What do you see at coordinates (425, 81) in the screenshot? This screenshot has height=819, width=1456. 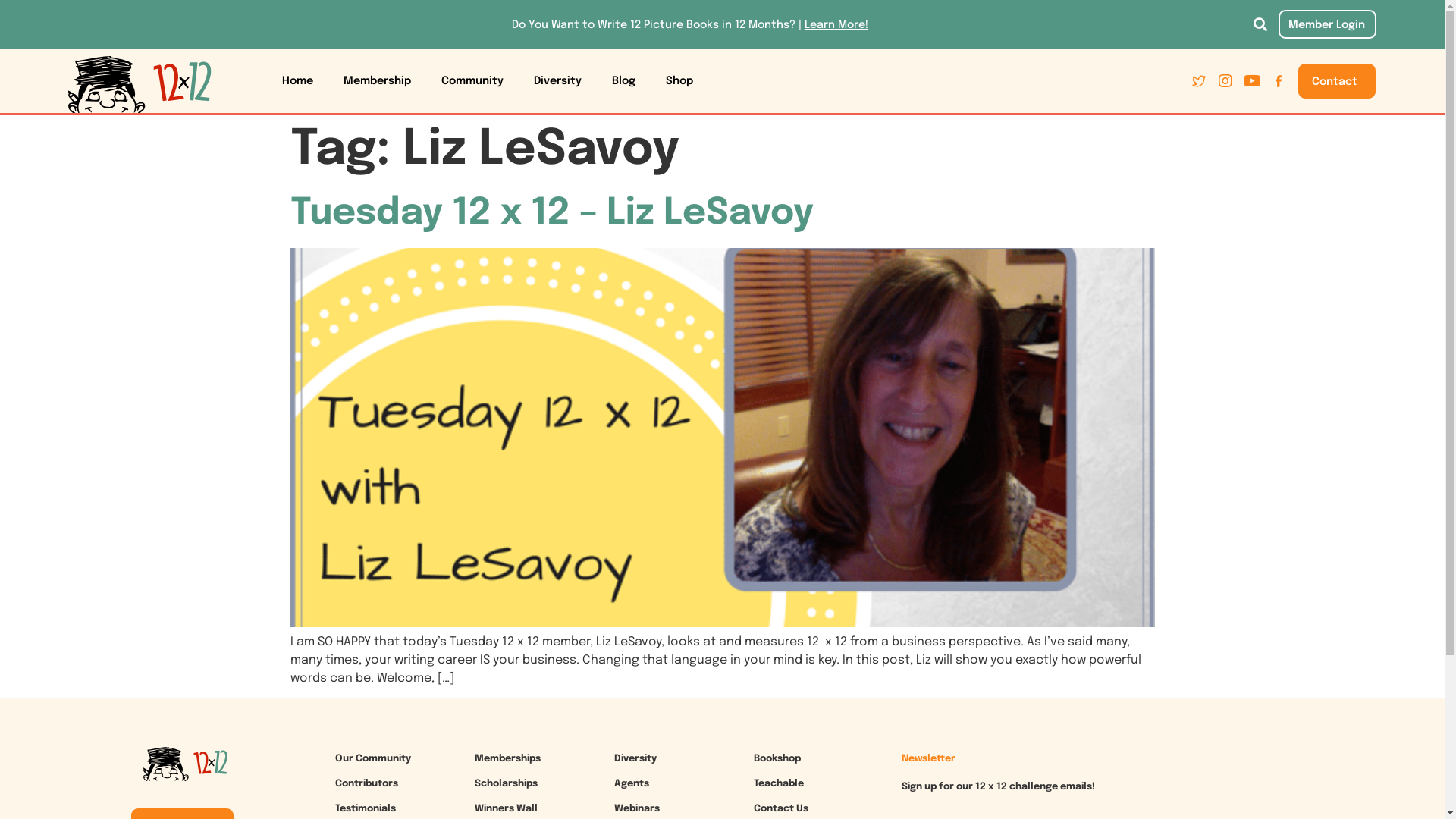 I see `'Community'` at bounding box center [425, 81].